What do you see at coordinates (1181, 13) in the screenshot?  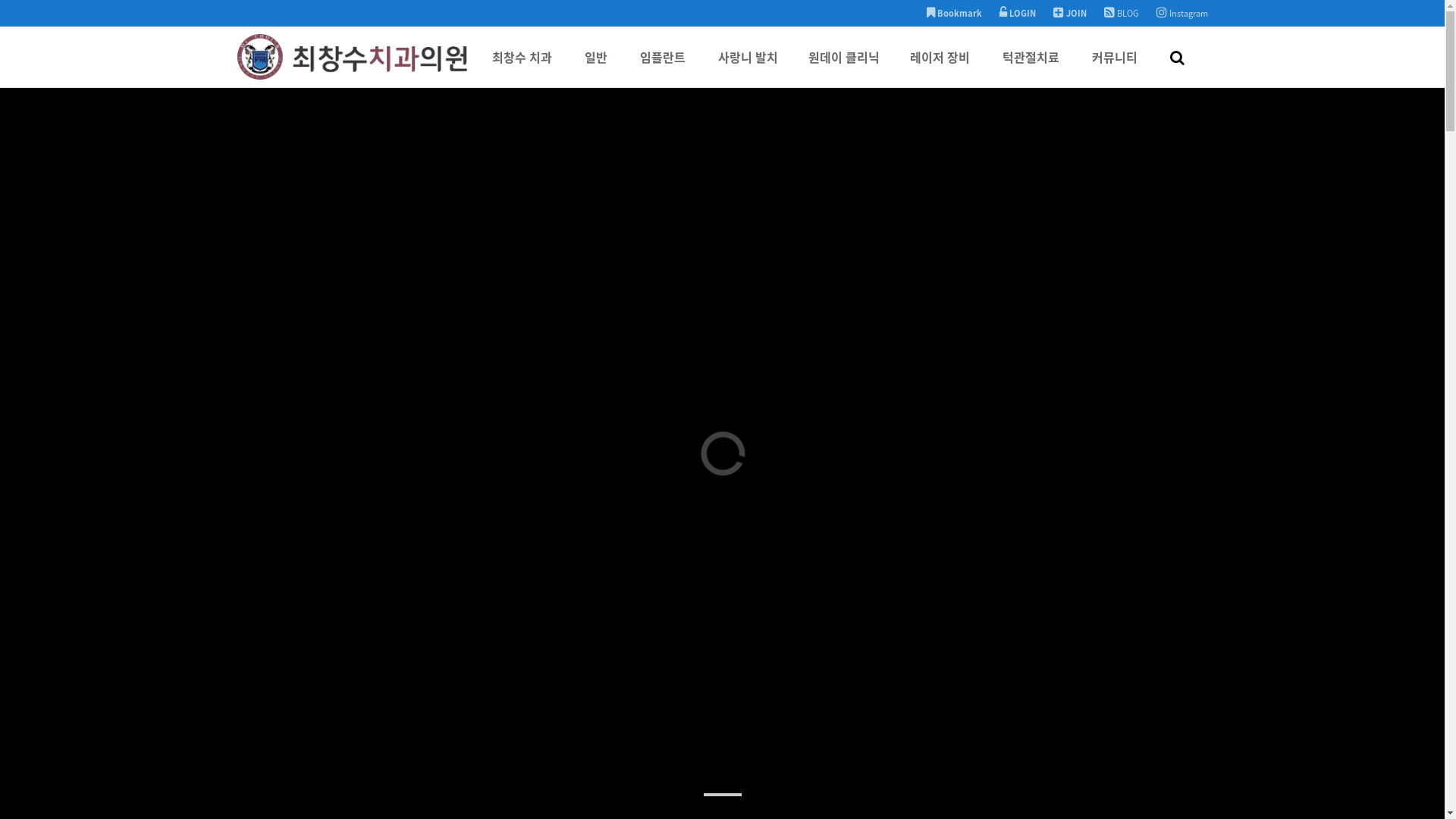 I see `'Instagram'` at bounding box center [1181, 13].